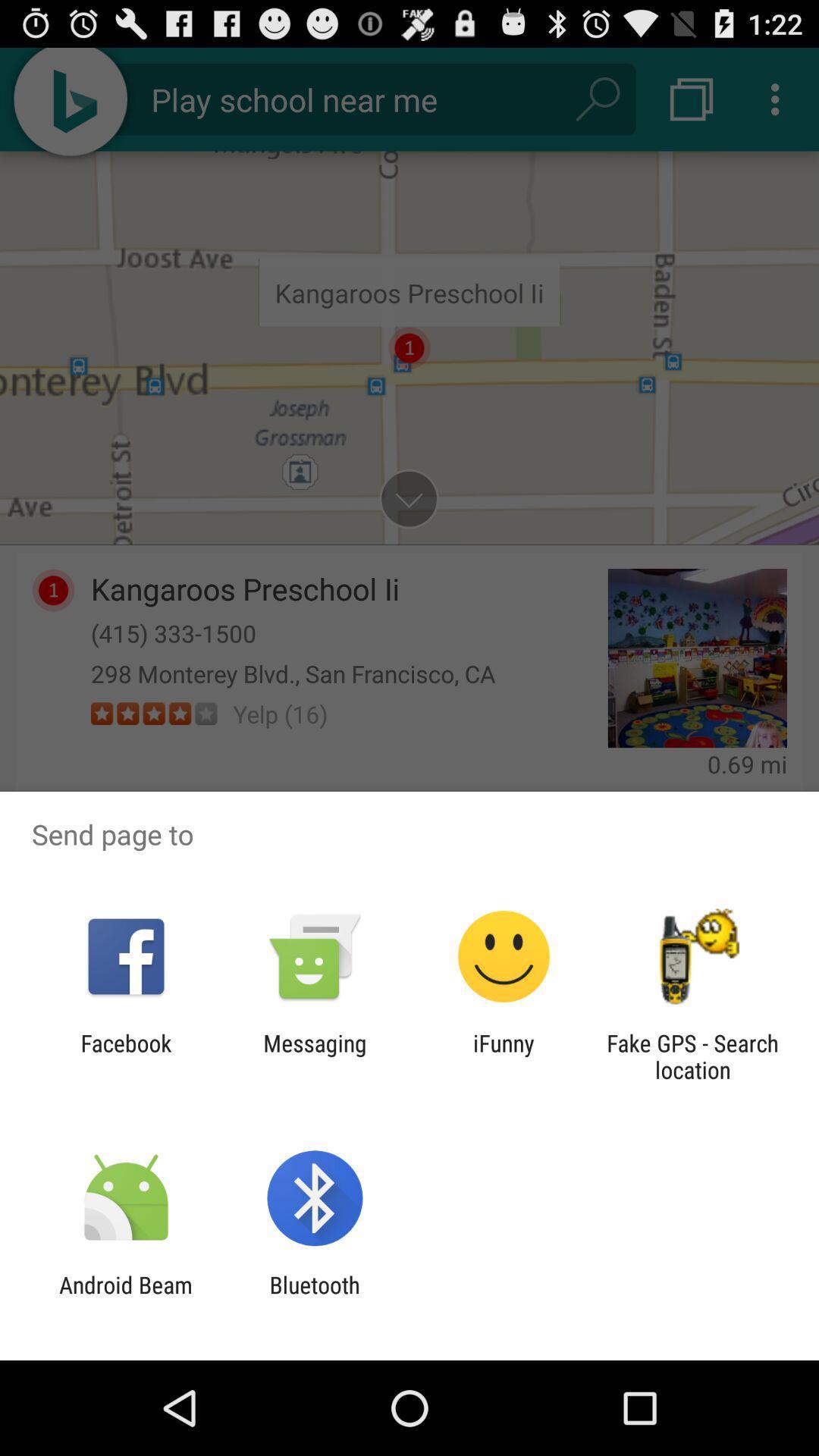  Describe the element at coordinates (125, 1056) in the screenshot. I see `the facebook icon` at that location.